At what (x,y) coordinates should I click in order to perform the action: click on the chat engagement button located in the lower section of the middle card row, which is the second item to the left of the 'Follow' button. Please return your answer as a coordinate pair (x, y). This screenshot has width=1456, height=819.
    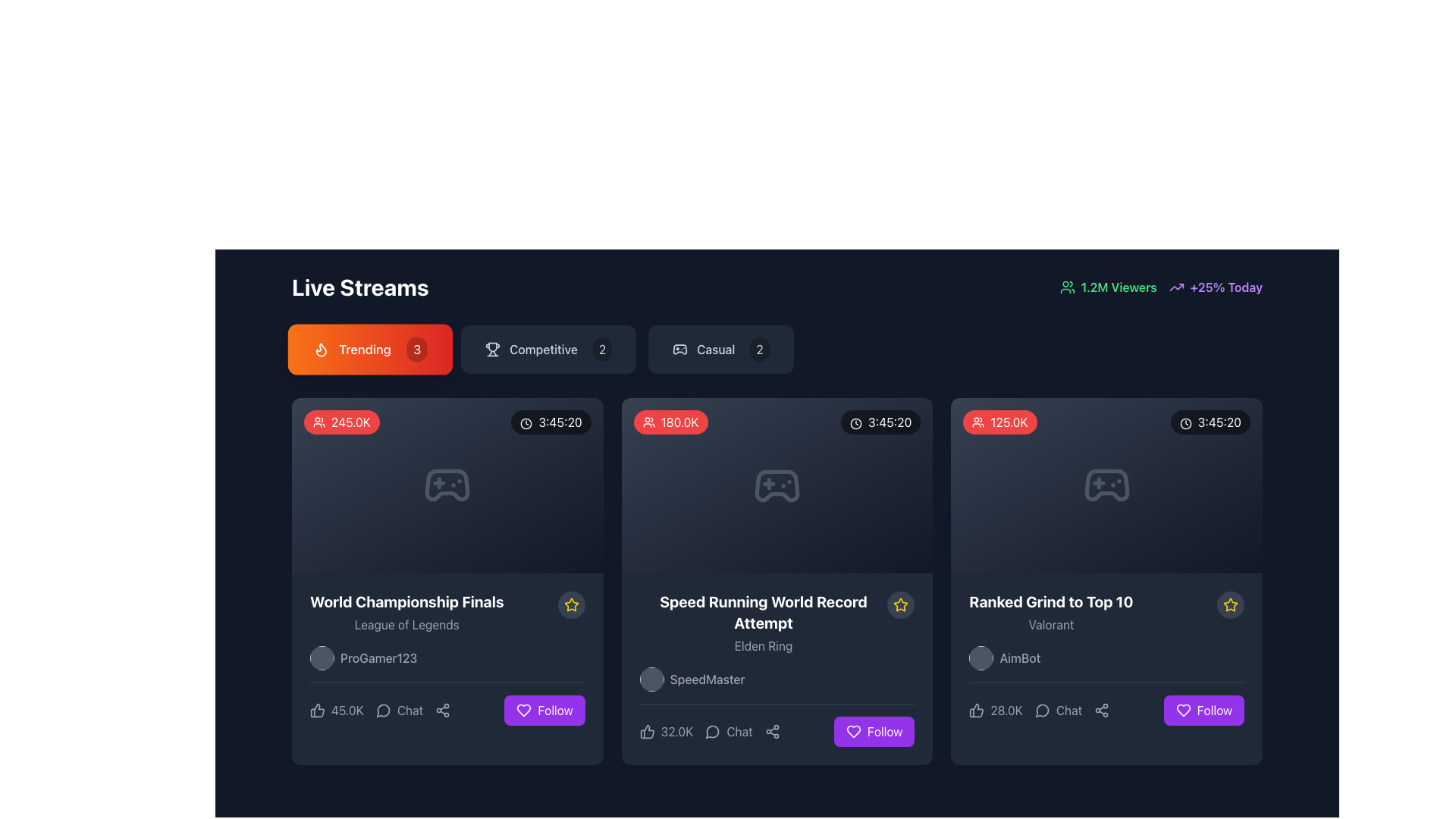
    Looking at the image, I should click on (709, 730).